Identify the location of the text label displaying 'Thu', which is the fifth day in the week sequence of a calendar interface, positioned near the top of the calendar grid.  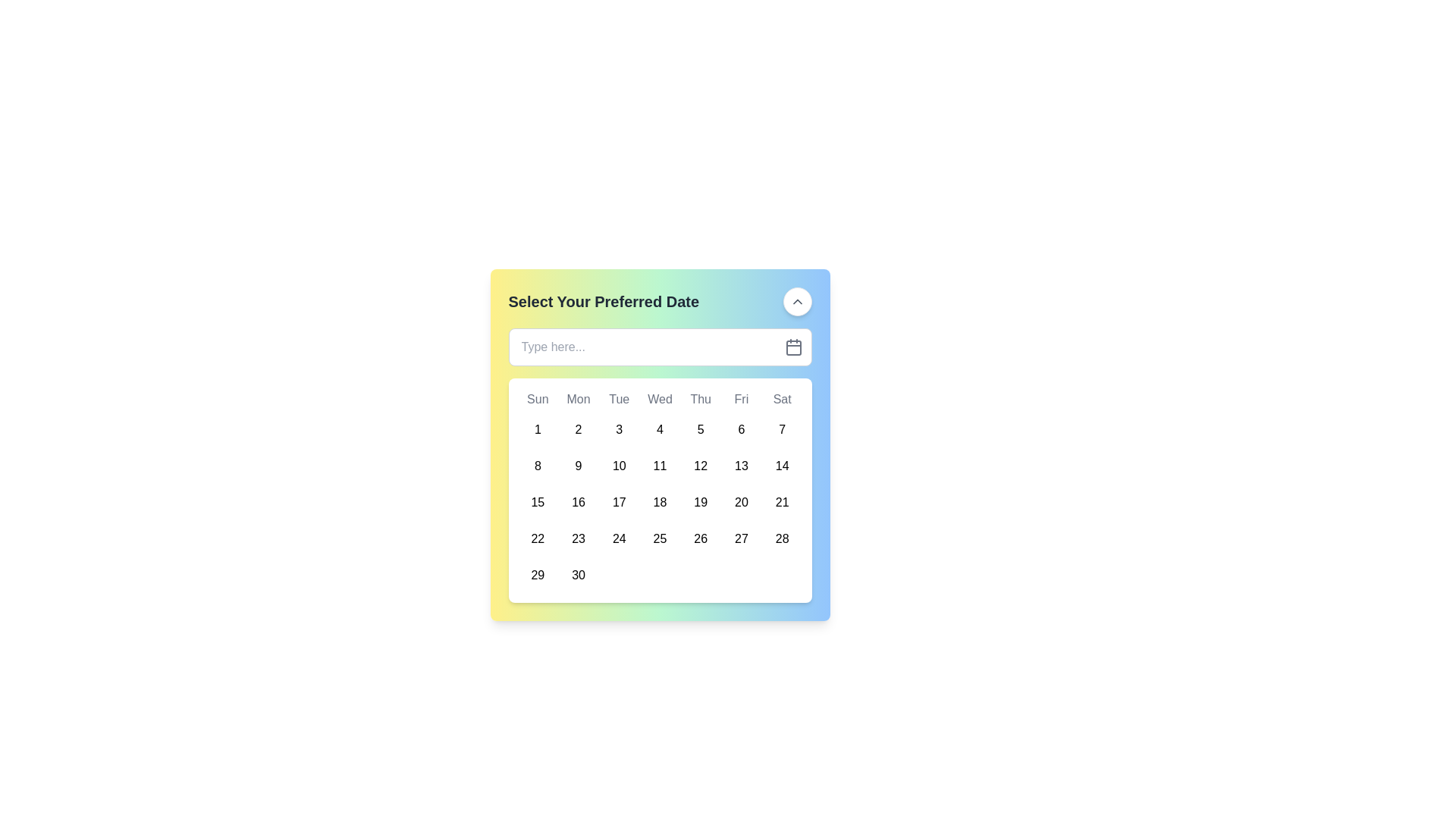
(700, 399).